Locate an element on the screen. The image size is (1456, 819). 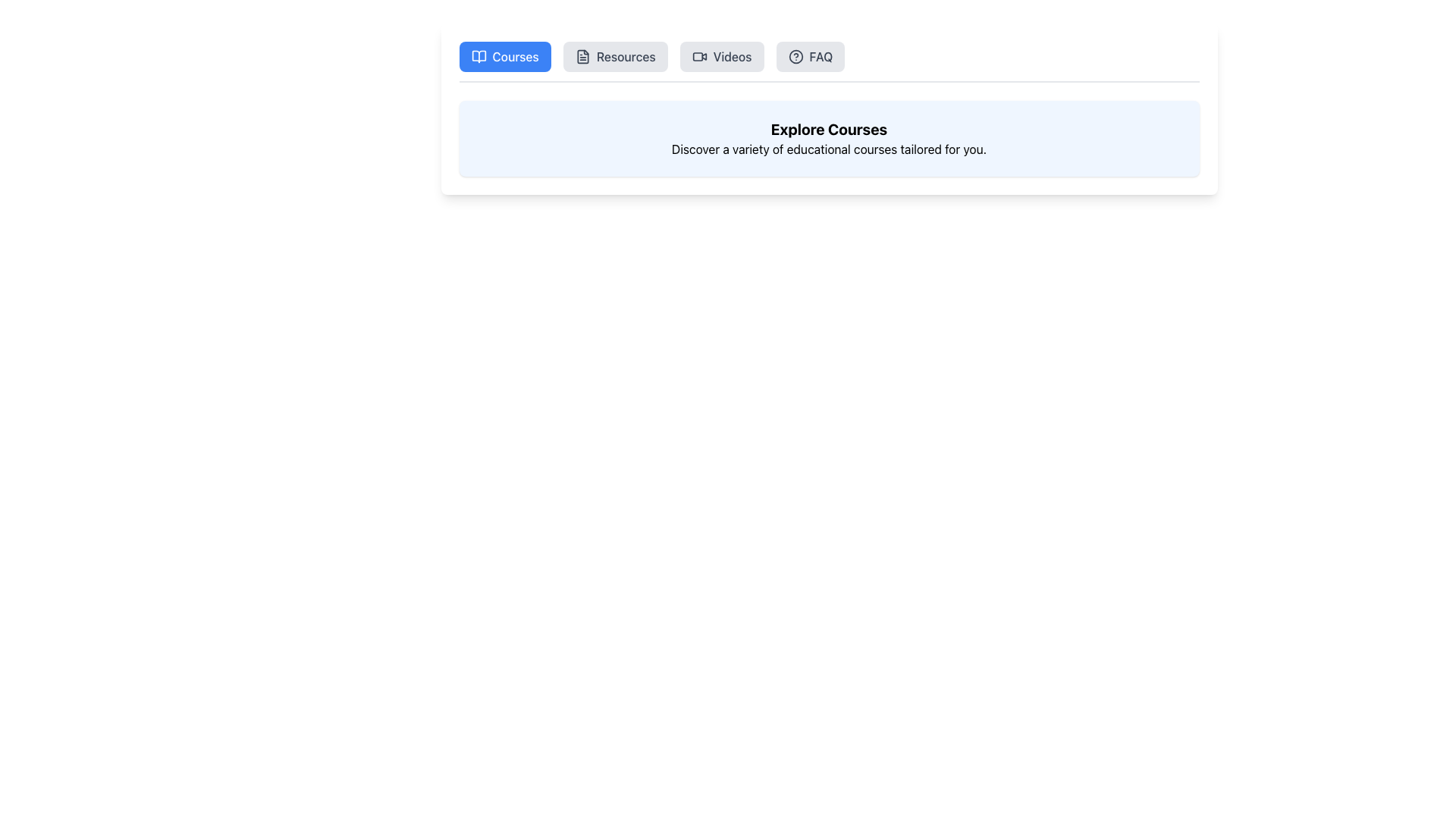
the text label that reads 'Discover a variety of educational courses tailored for you.' which is located below the bold heading 'Explore Courses' in a light blue background is located at coordinates (828, 149).